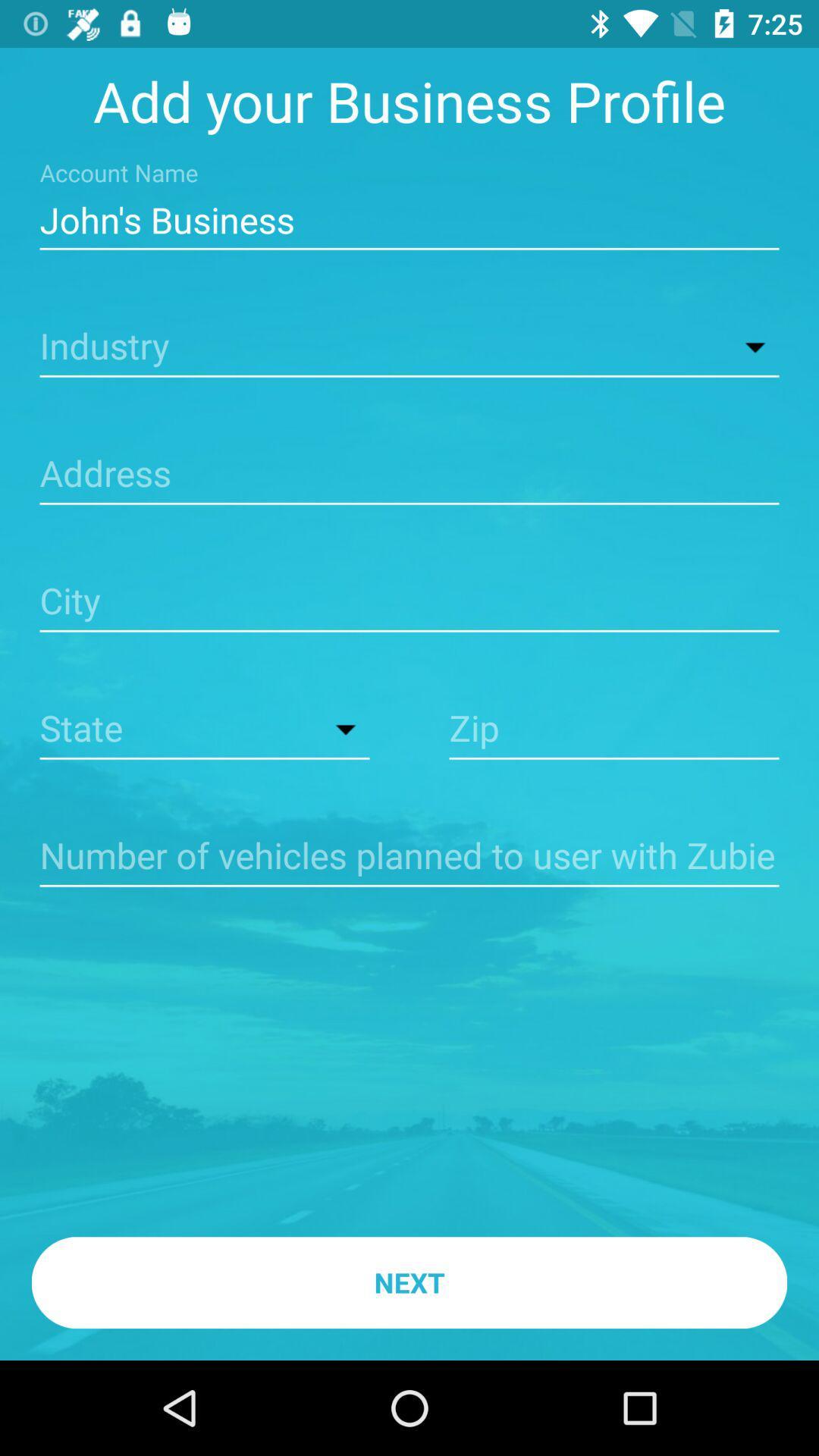 The height and width of the screenshot is (1456, 819). What do you see at coordinates (409, 347) in the screenshot?
I see `open drop down` at bounding box center [409, 347].